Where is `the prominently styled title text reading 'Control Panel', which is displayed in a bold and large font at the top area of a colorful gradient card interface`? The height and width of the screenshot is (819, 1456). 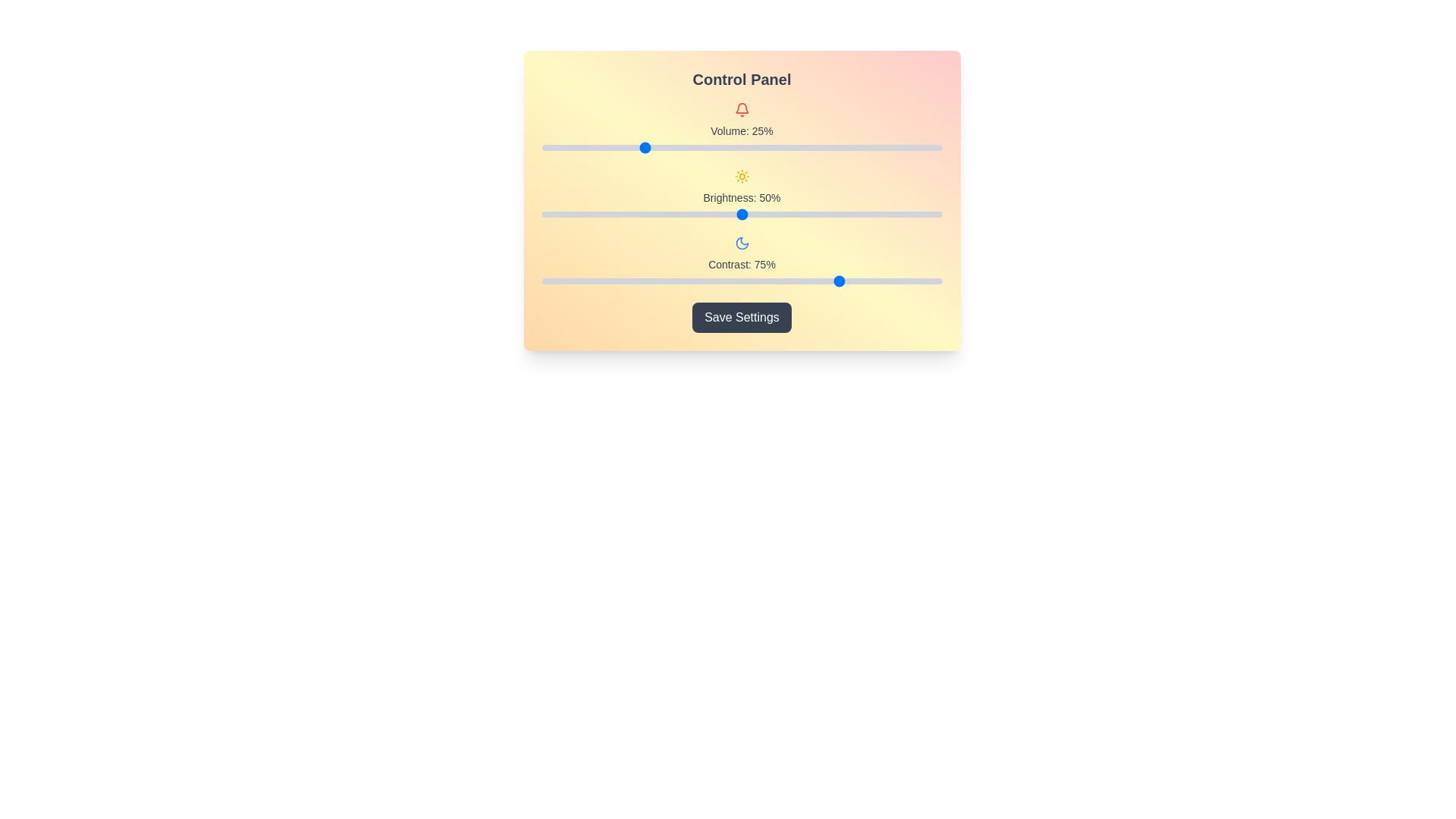
the prominently styled title text reading 'Control Panel', which is displayed in a bold and large font at the top area of a colorful gradient card interface is located at coordinates (742, 79).